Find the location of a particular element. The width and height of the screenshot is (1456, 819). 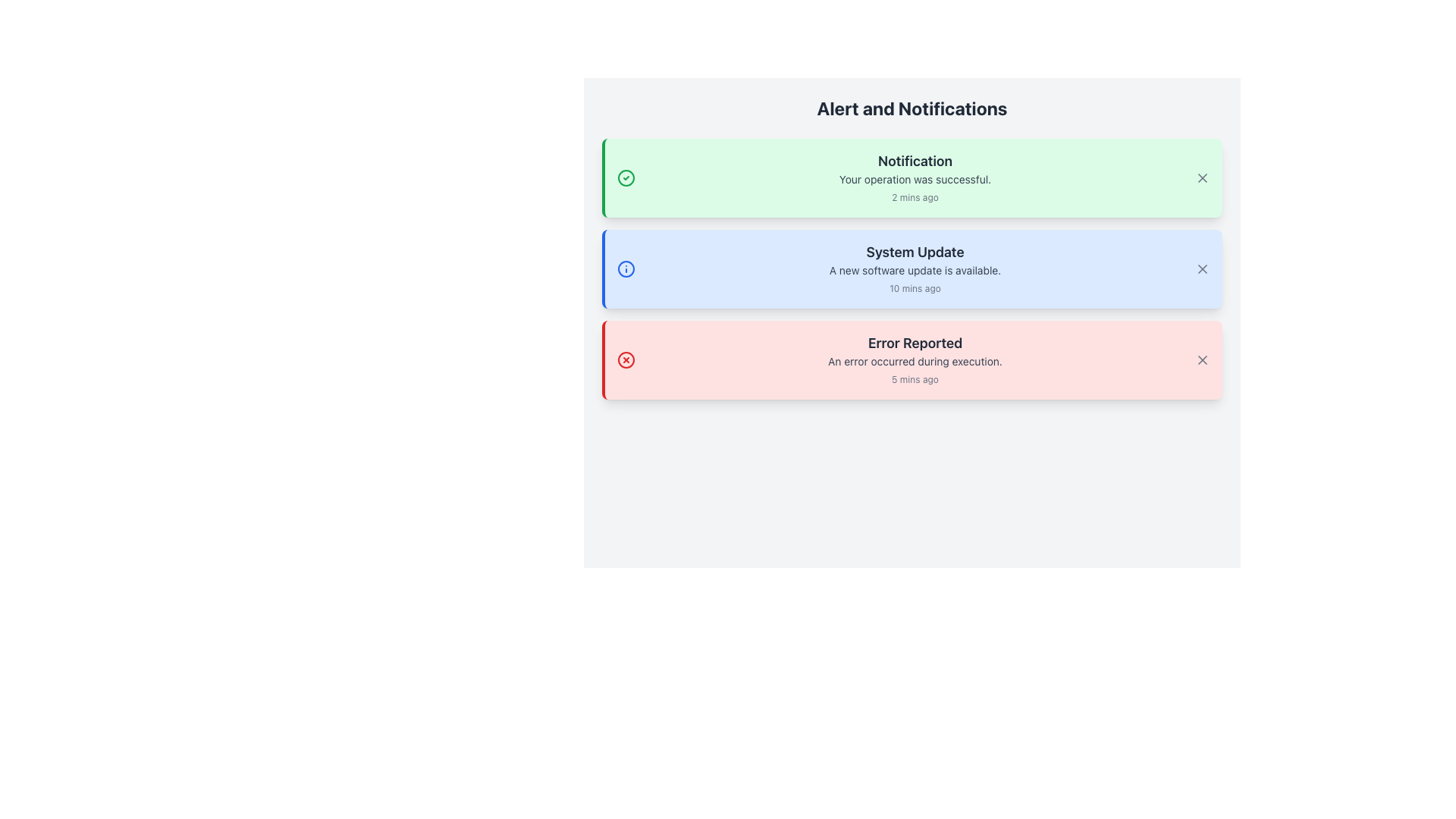

the static error message text element located below the 'Error Reported' text in the third notification of the vertically stacked group of notifications is located at coordinates (914, 362).